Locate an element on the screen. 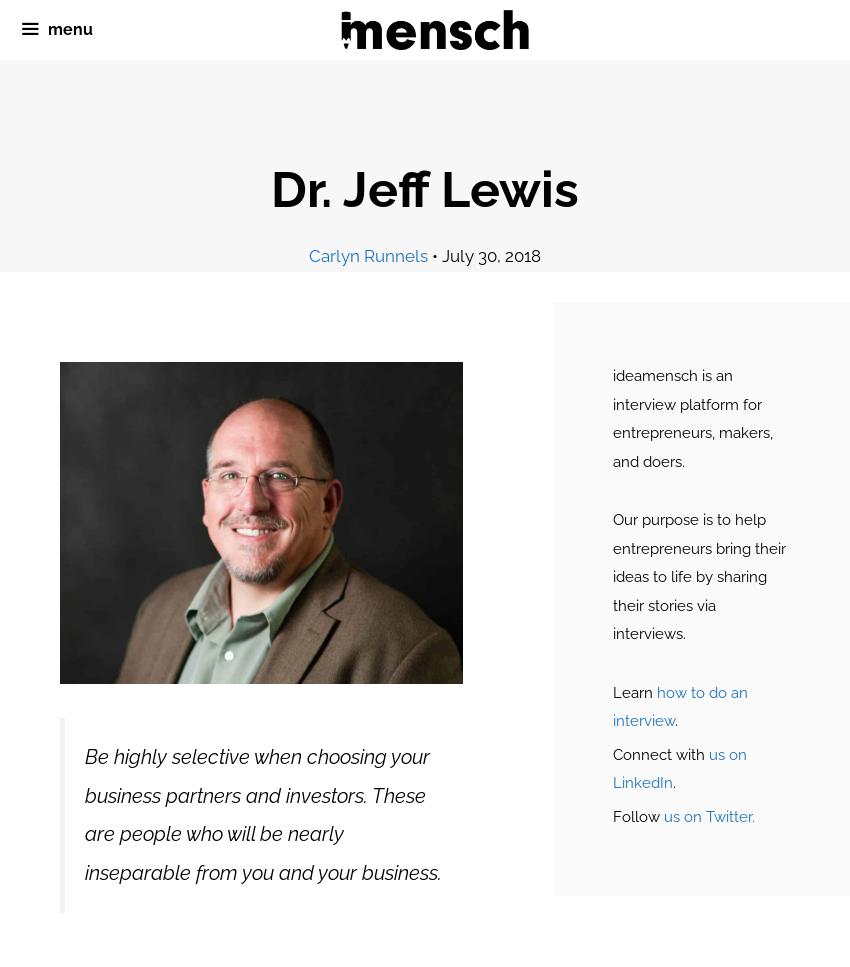 The height and width of the screenshot is (967, 850). 'Connect with' is located at coordinates (611, 753).